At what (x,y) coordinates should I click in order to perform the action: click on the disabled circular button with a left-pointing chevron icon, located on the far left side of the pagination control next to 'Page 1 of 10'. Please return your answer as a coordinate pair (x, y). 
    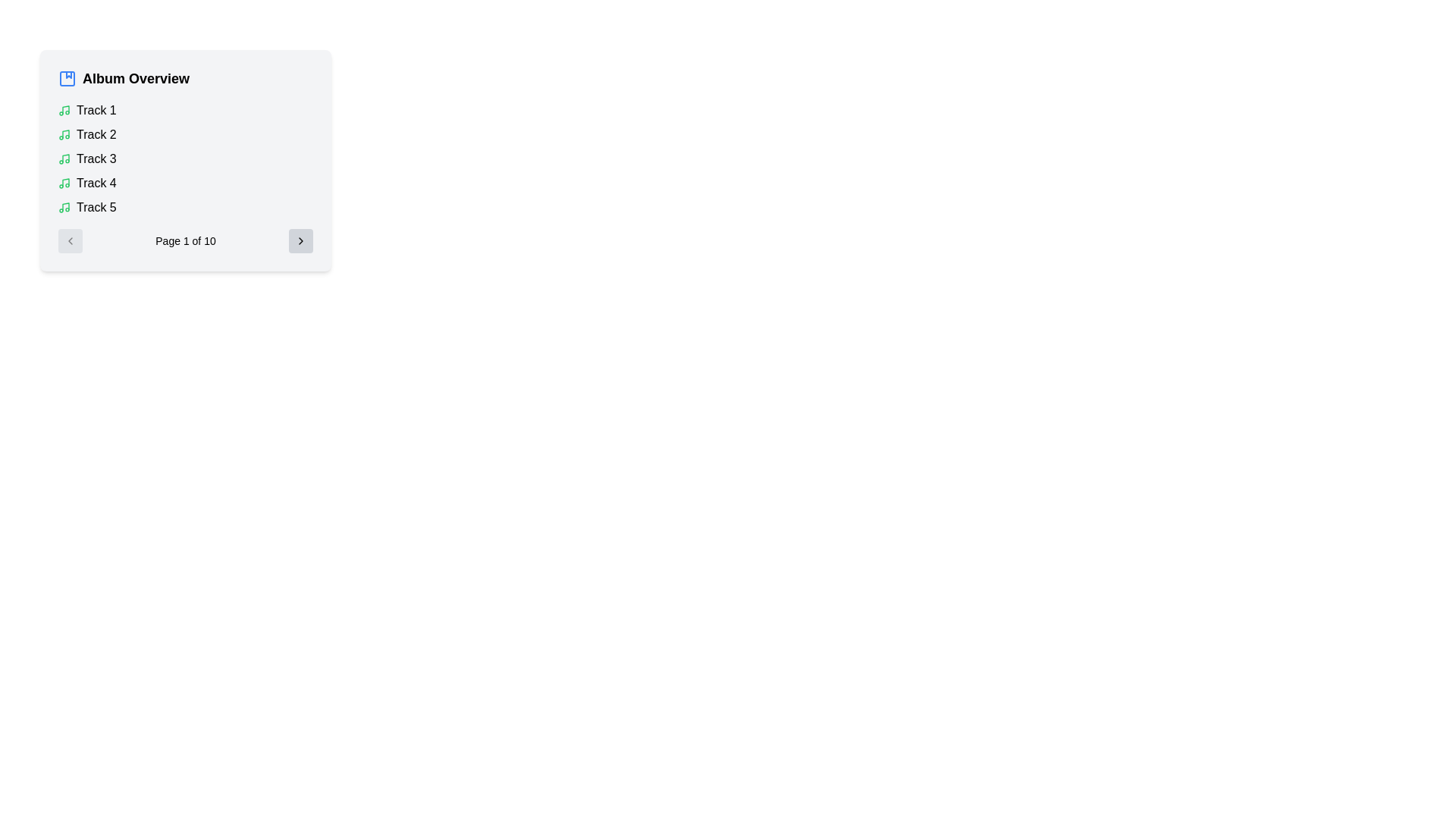
    Looking at the image, I should click on (69, 240).